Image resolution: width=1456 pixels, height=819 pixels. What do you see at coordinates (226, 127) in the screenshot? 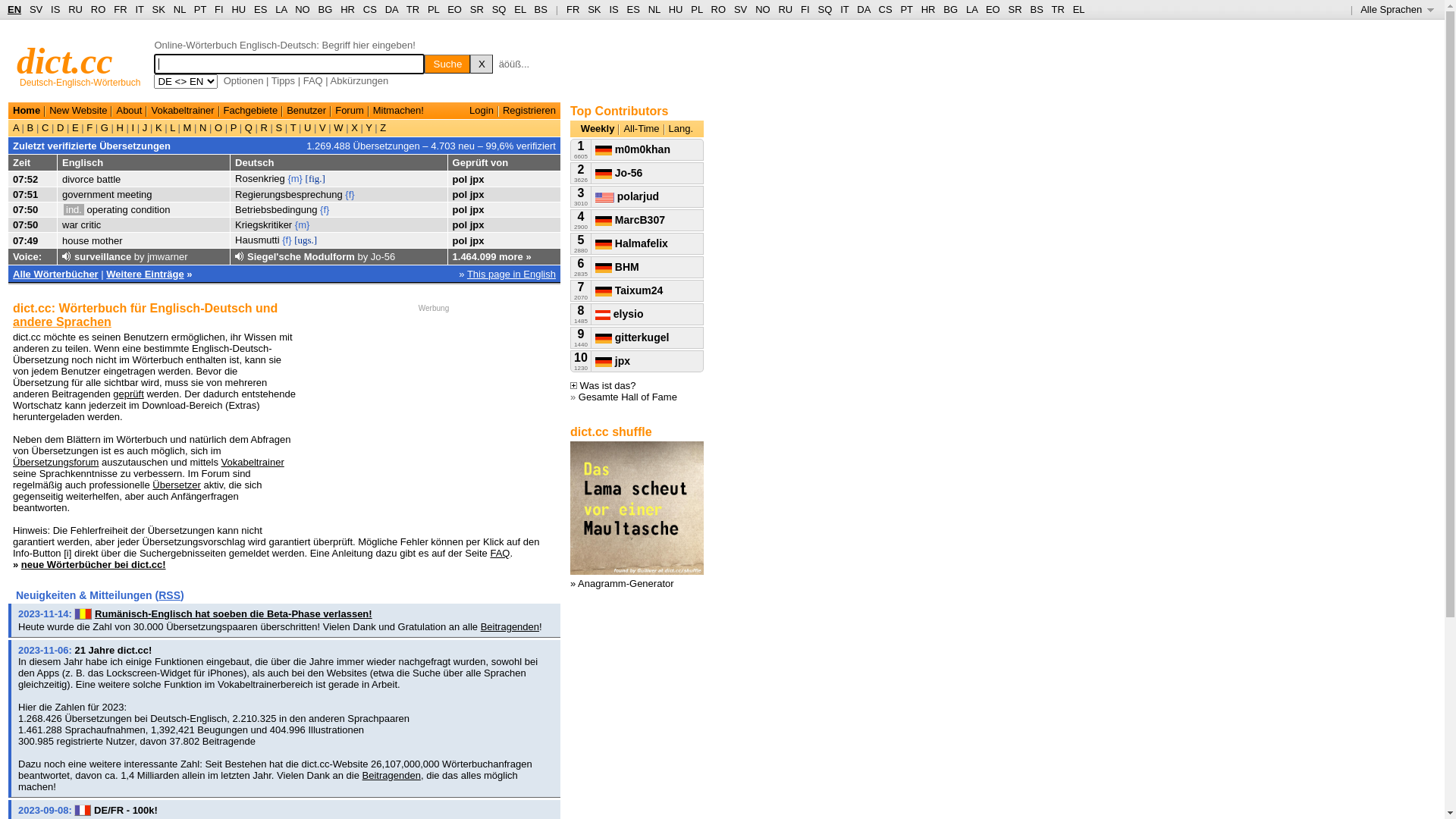
I see `'P'` at bounding box center [226, 127].